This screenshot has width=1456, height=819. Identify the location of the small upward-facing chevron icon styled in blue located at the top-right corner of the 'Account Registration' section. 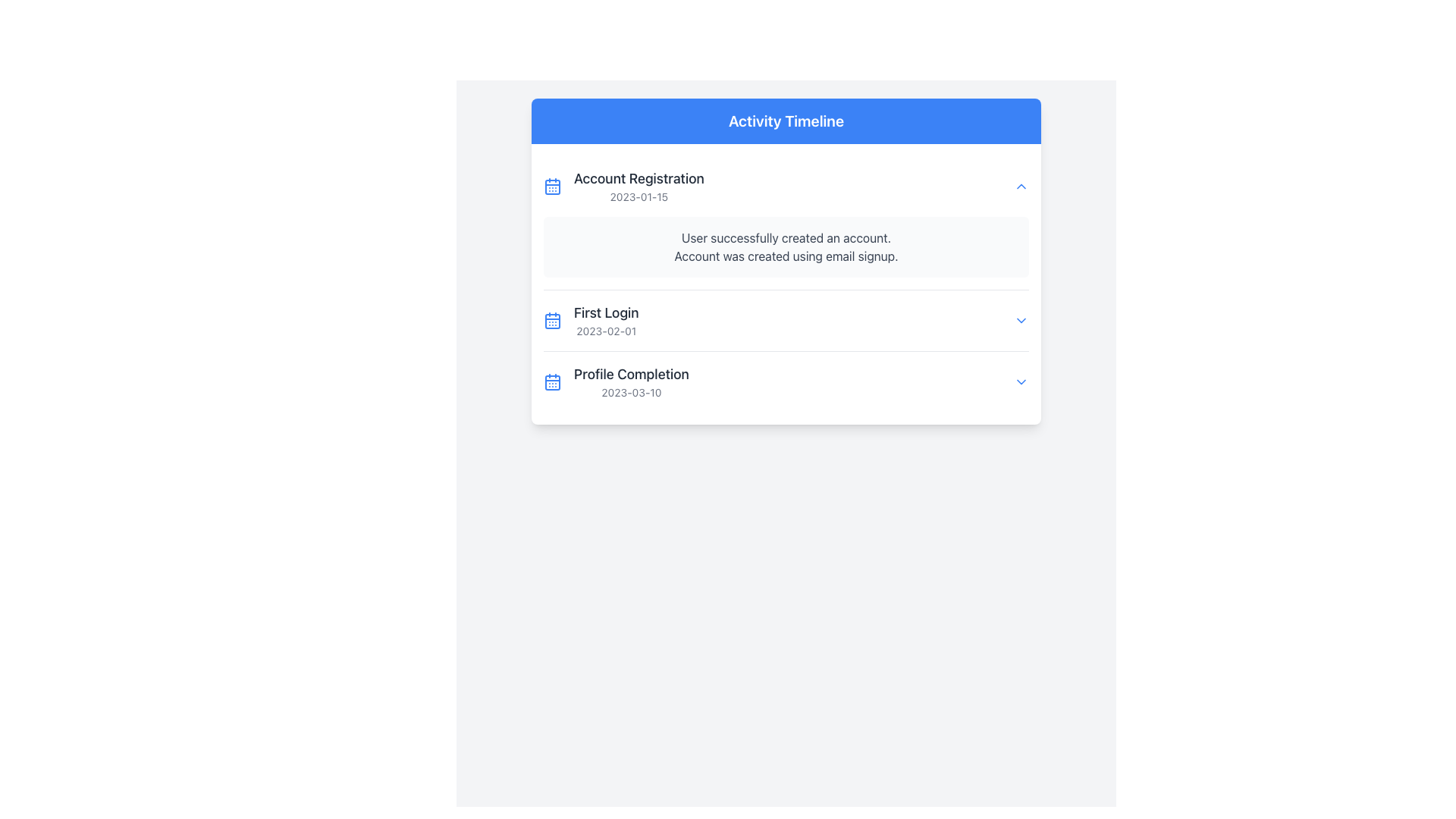
(1021, 186).